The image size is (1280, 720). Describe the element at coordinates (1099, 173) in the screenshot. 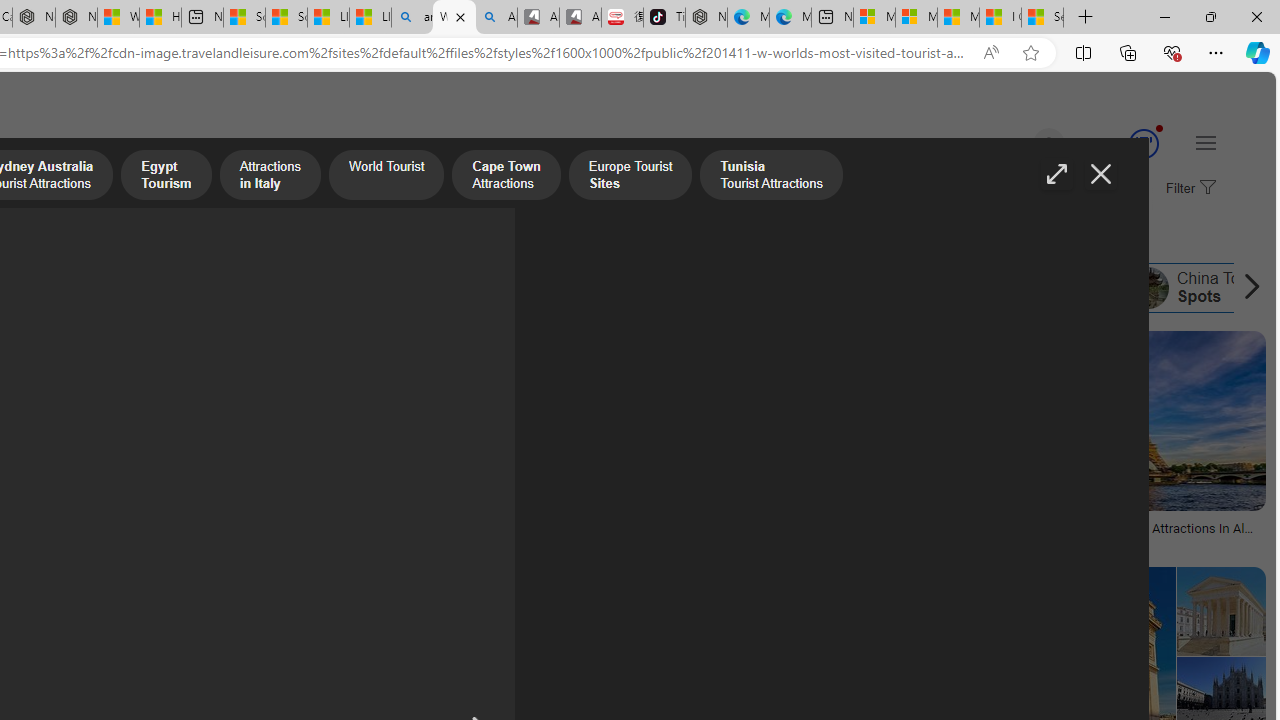

I see `'Close image'` at that location.